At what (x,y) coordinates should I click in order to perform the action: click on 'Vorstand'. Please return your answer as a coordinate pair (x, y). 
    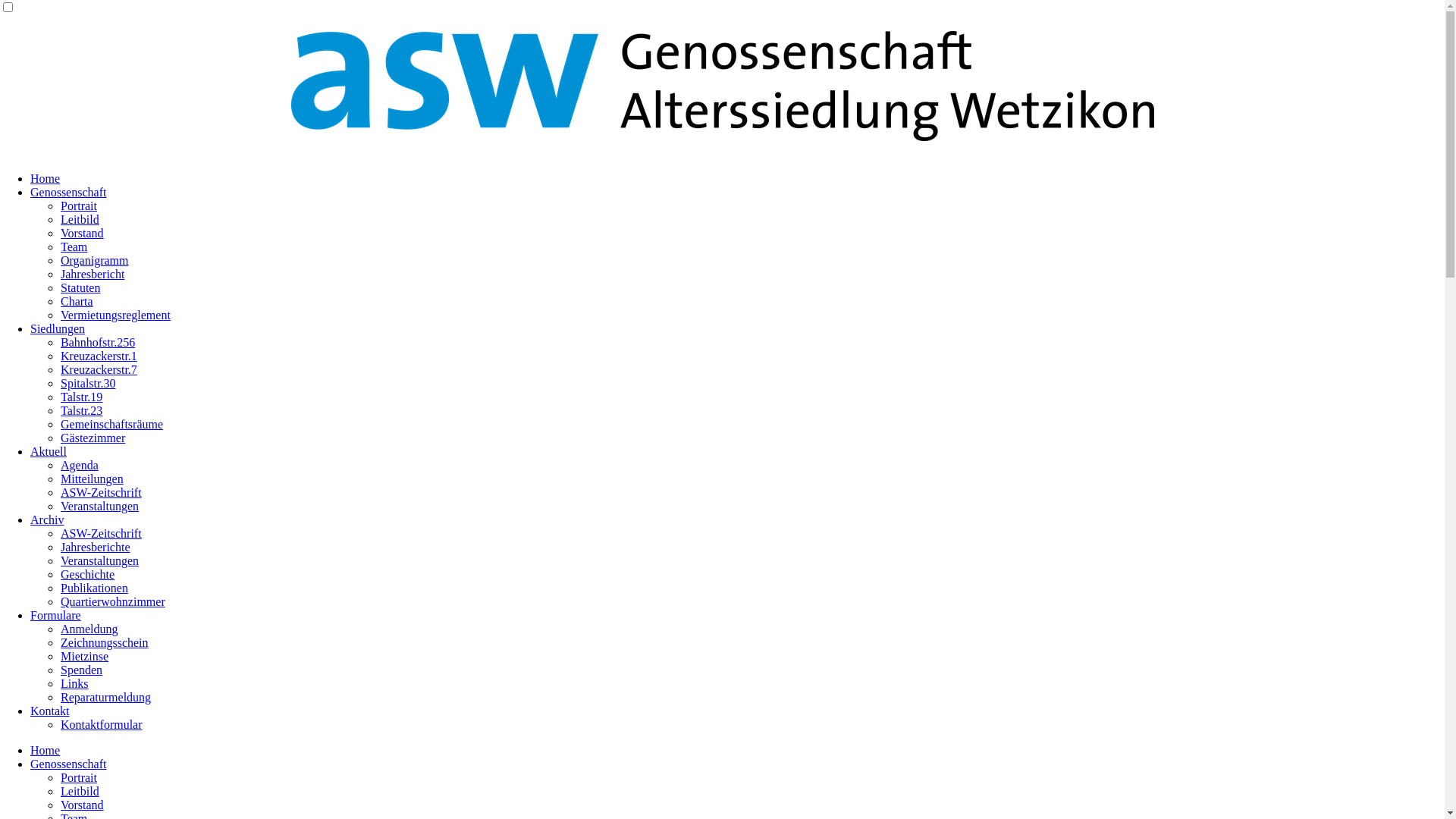
    Looking at the image, I should click on (81, 804).